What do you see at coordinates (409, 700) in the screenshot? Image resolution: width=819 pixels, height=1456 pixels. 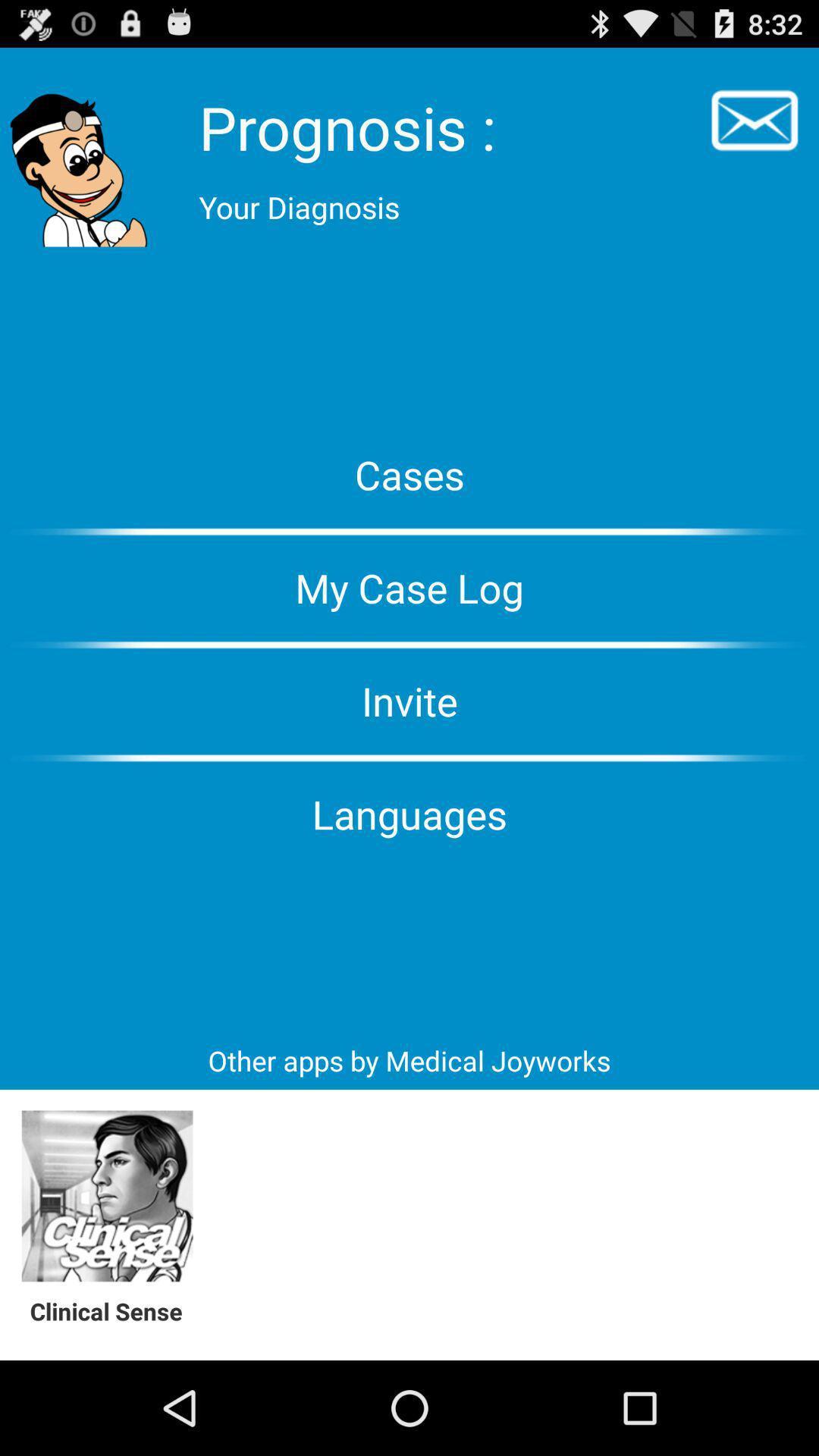 I see `the invite icon` at bounding box center [409, 700].